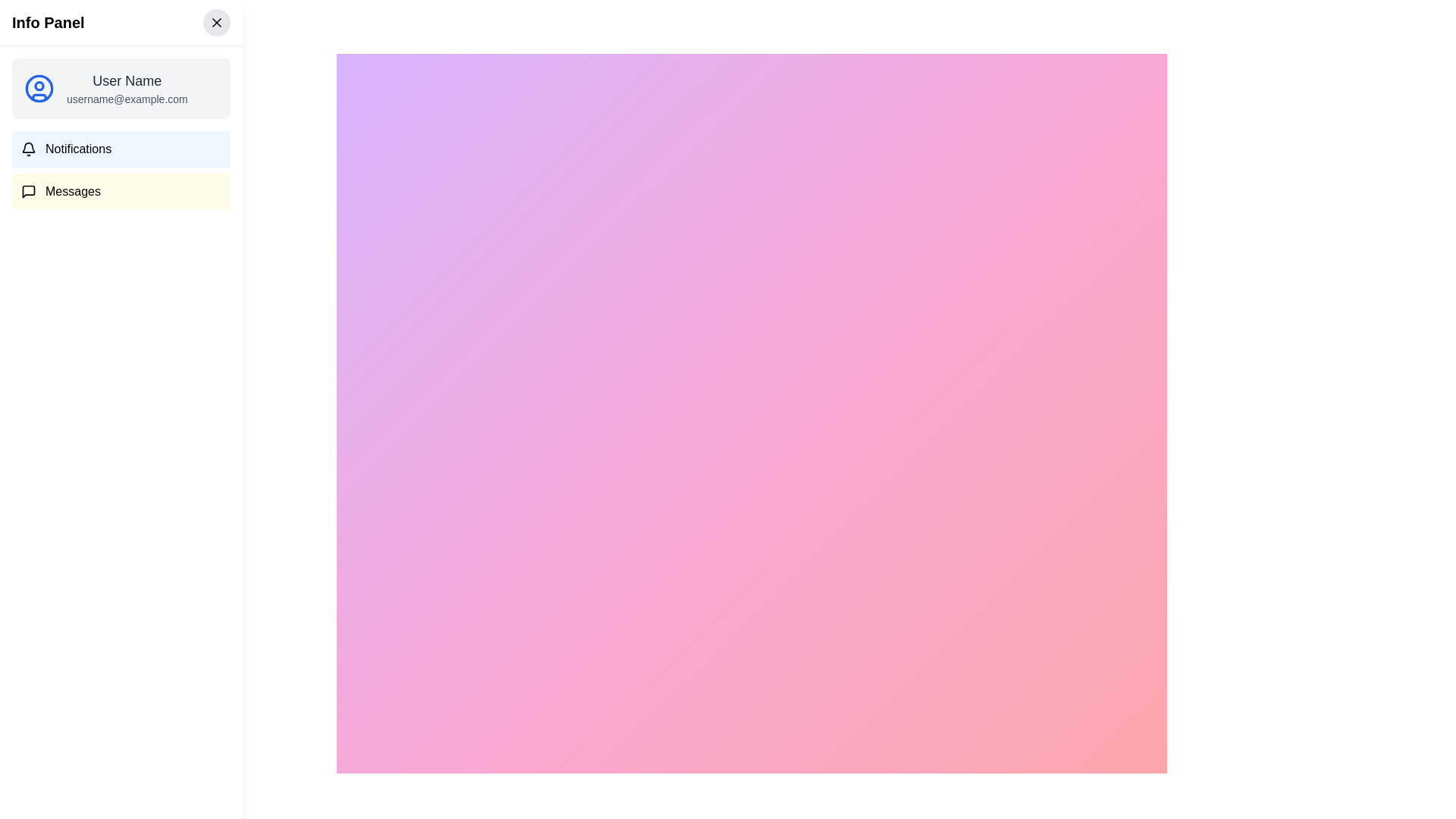  What do you see at coordinates (127, 99) in the screenshot?
I see `the text display showing the email address, which is styled with a smaller gray font and located beneath the user name in the user profile card panel` at bounding box center [127, 99].